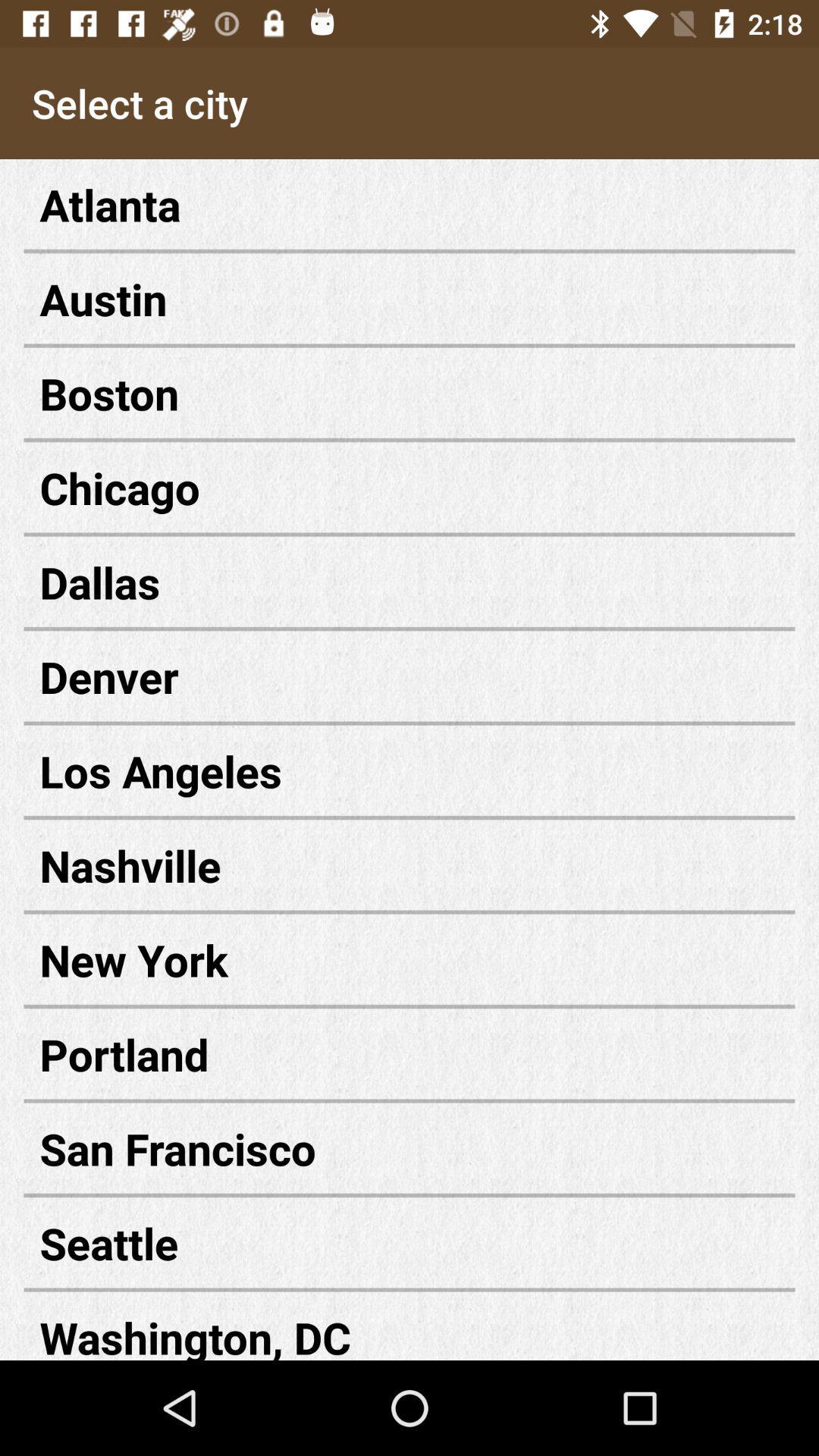  Describe the element at coordinates (409, 393) in the screenshot. I see `the item below austin` at that location.